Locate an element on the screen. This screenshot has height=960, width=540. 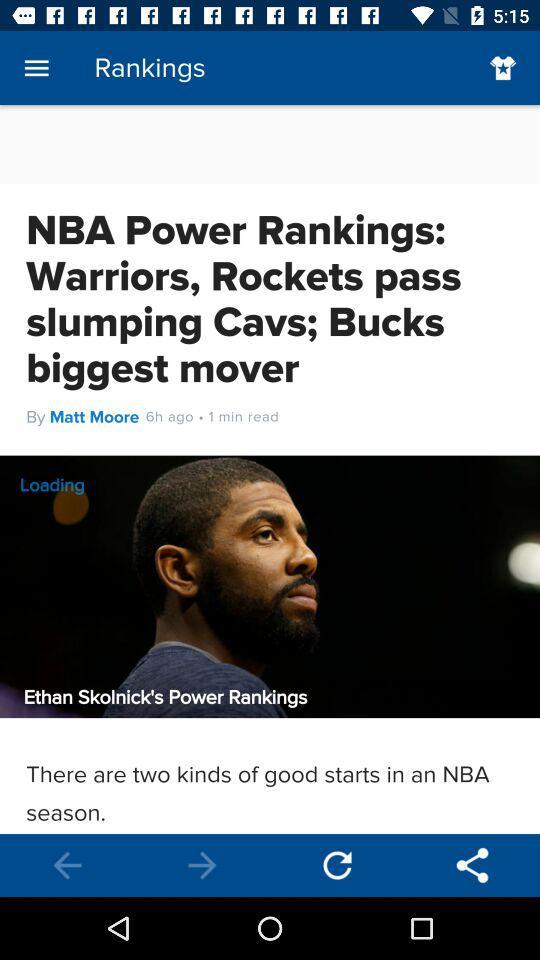
settings app is located at coordinates (472, 864).